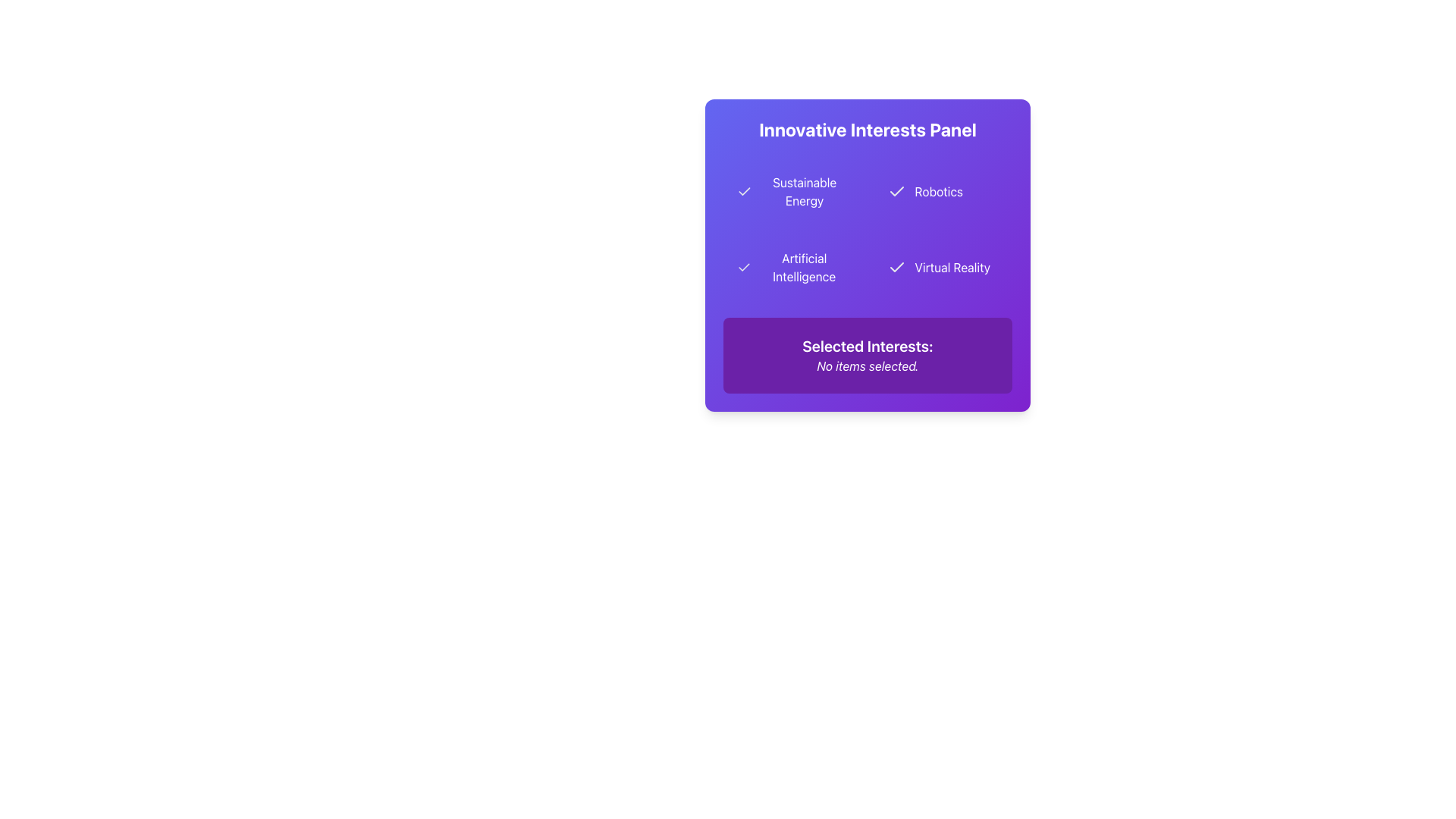  What do you see at coordinates (804, 191) in the screenshot?
I see `the 'Sustainable Energy' text label element, which is styled in a sans-serif typeface with a light color on a contrasting purple background, located within the top-left quadrant of the 'Innovative Interests Panel.'` at bounding box center [804, 191].